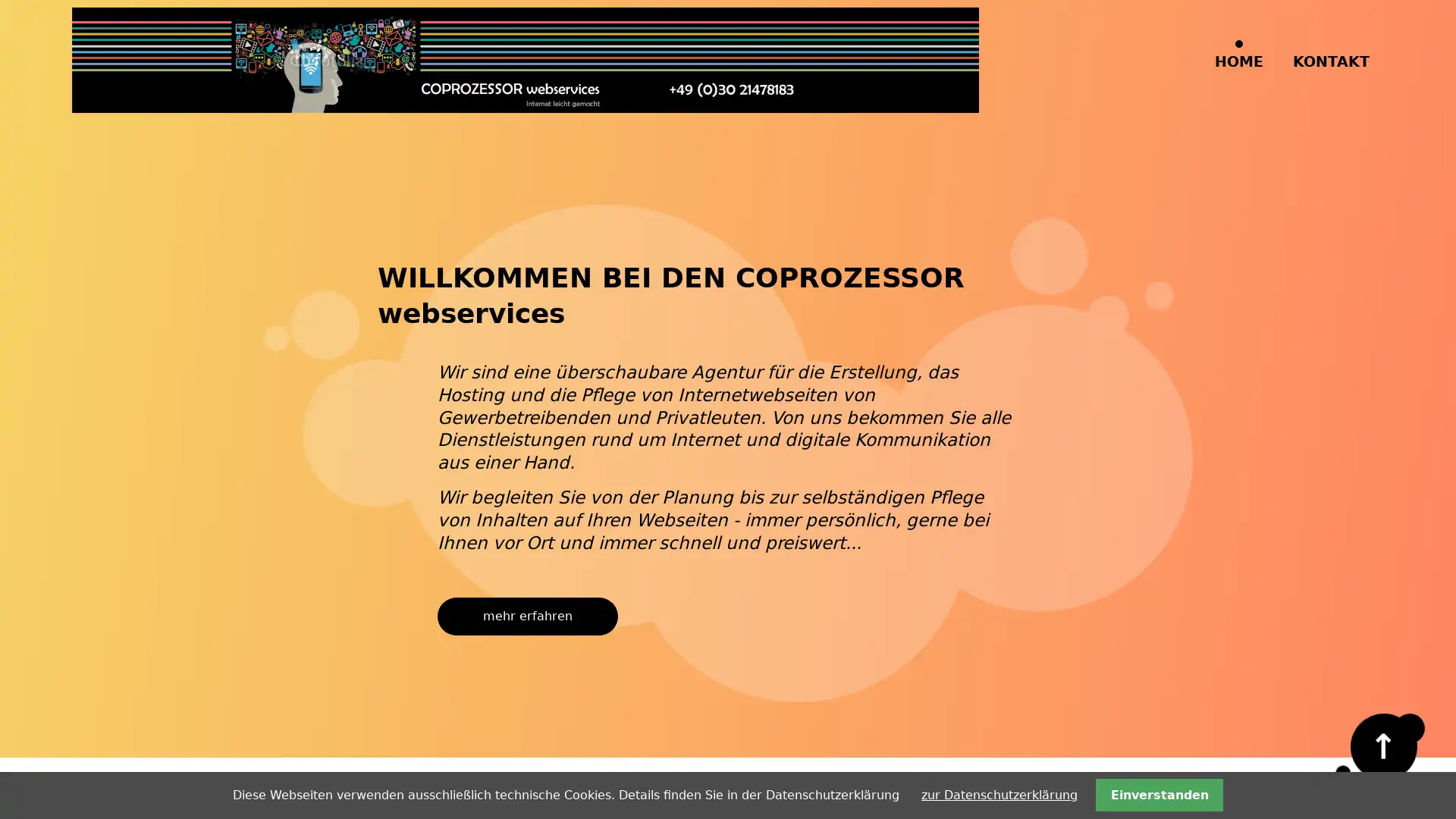 The height and width of the screenshot is (819, 1456). What do you see at coordinates (1158, 794) in the screenshot?
I see `Einverstanden` at bounding box center [1158, 794].